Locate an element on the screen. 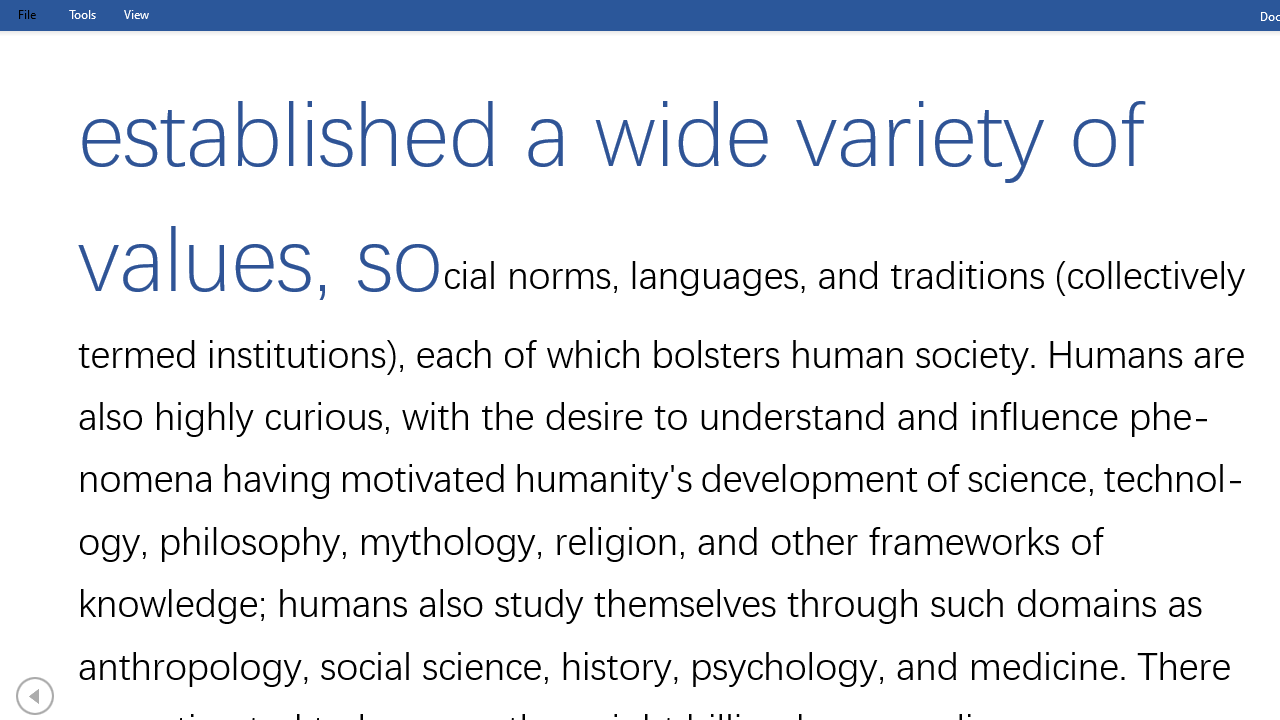  'File Tab' is located at coordinates (26, 14).